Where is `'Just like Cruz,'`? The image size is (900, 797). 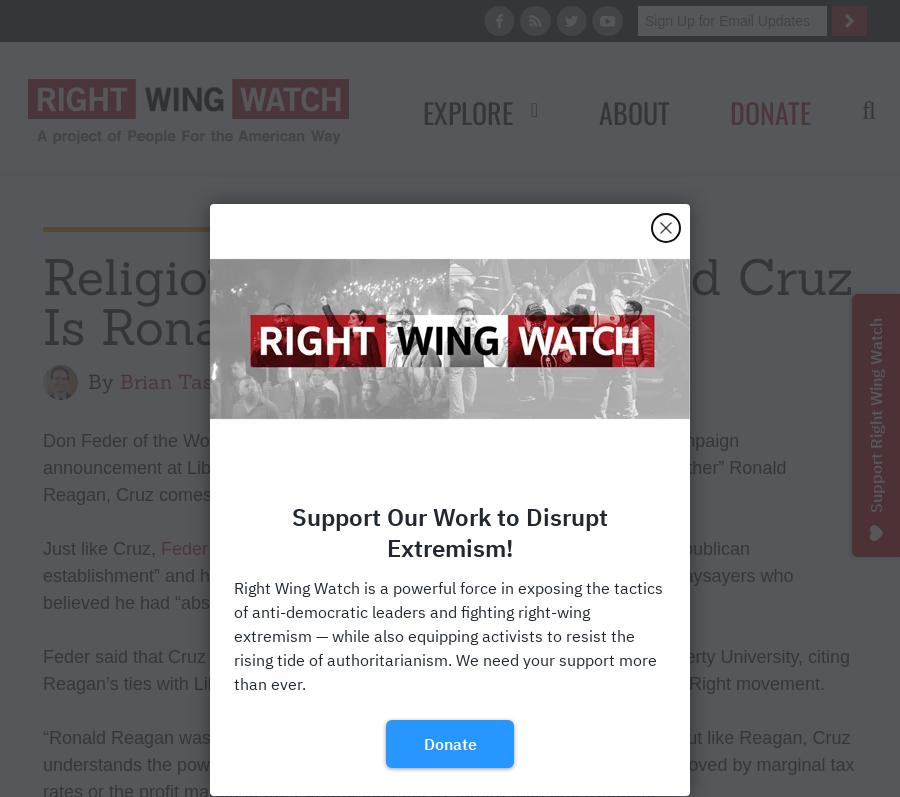 'Just like Cruz,' is located at coordinates (100, 548).